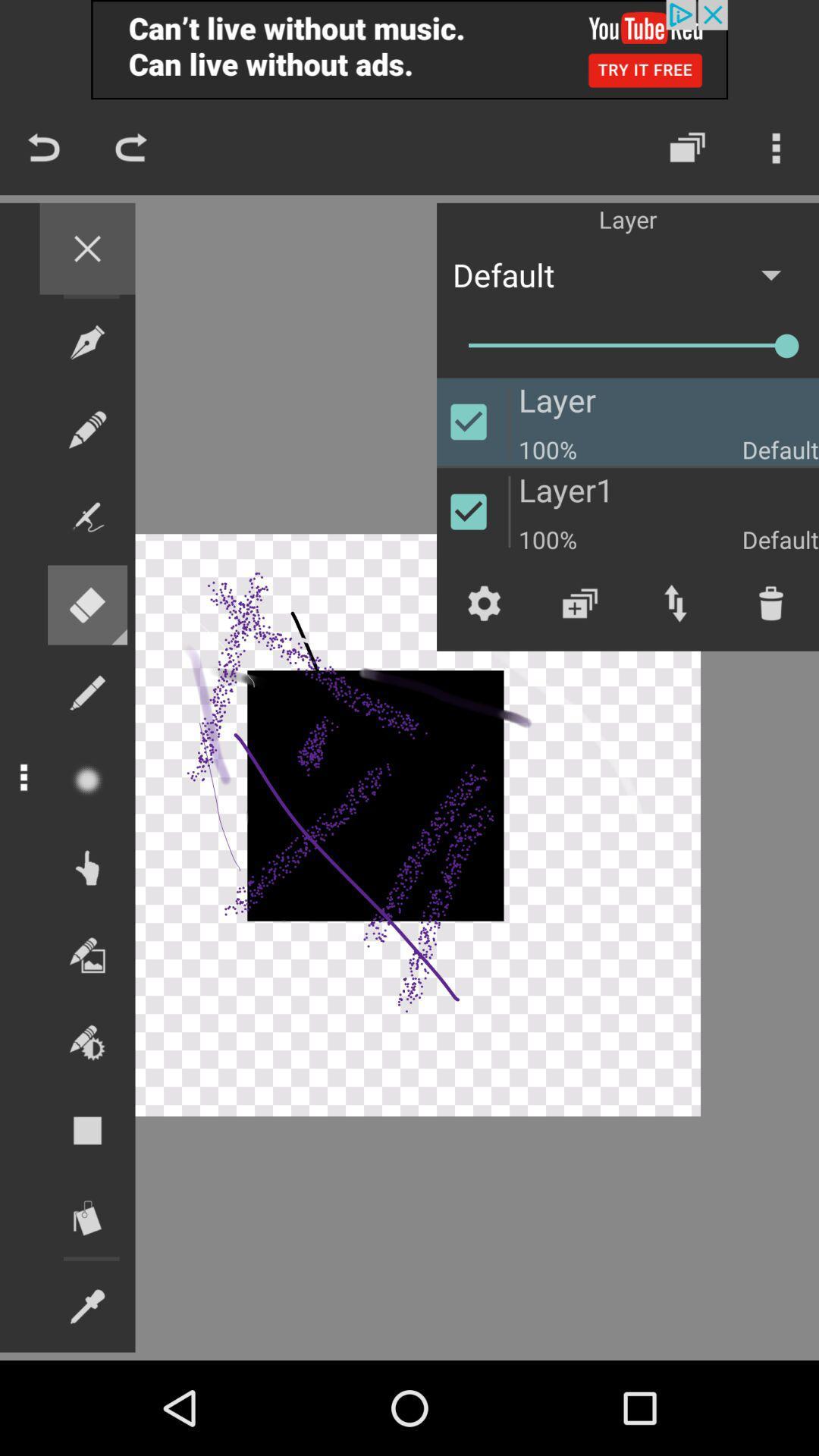  Describe the element at coordinates (87, 692) in the screenshot. I see `the edit icon` at that location.